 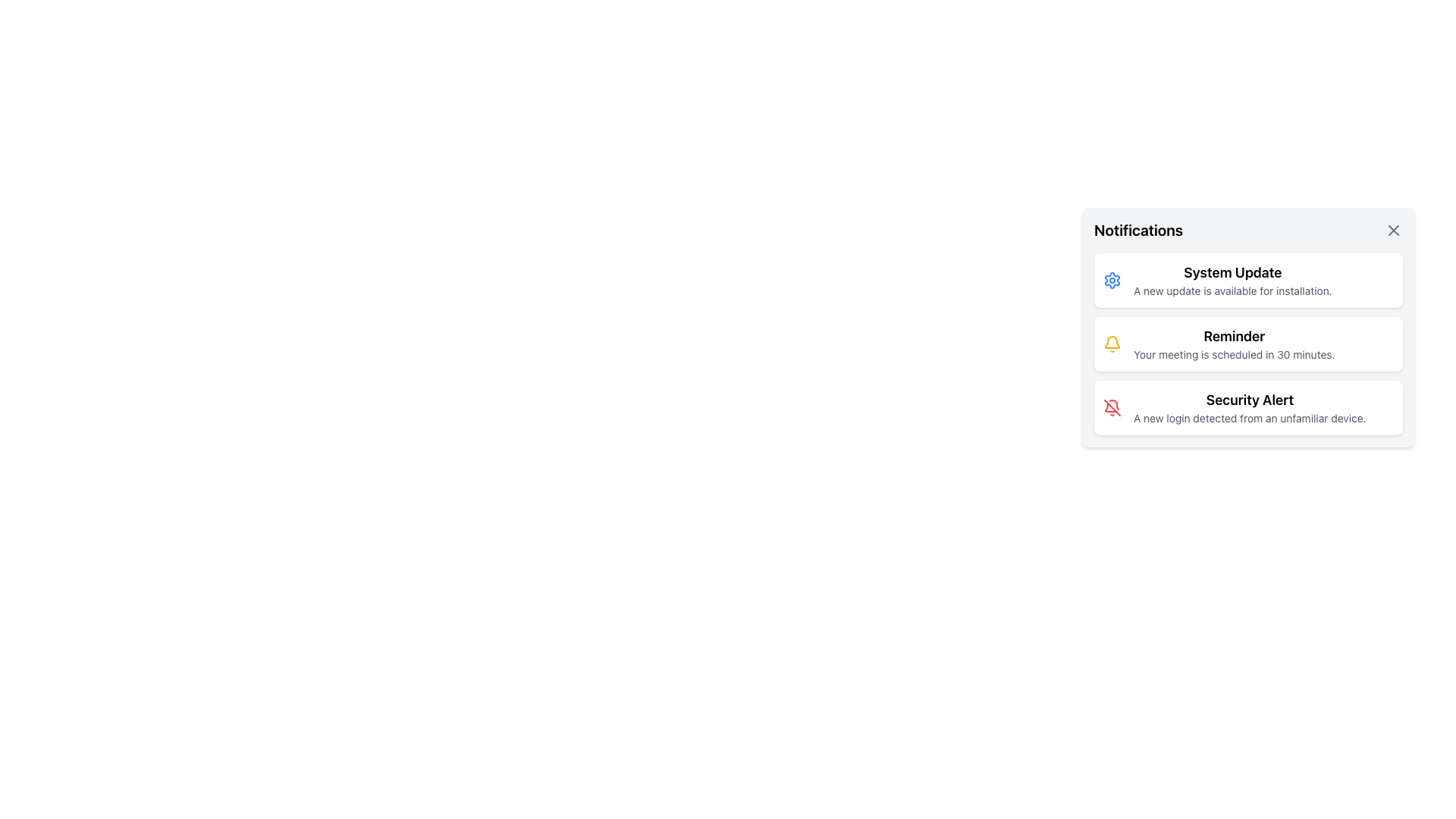 I want to click on the content of the Notification Item indicating a new system update available for installation, which is the first item in the notification list, so click(x=1248, y=281).